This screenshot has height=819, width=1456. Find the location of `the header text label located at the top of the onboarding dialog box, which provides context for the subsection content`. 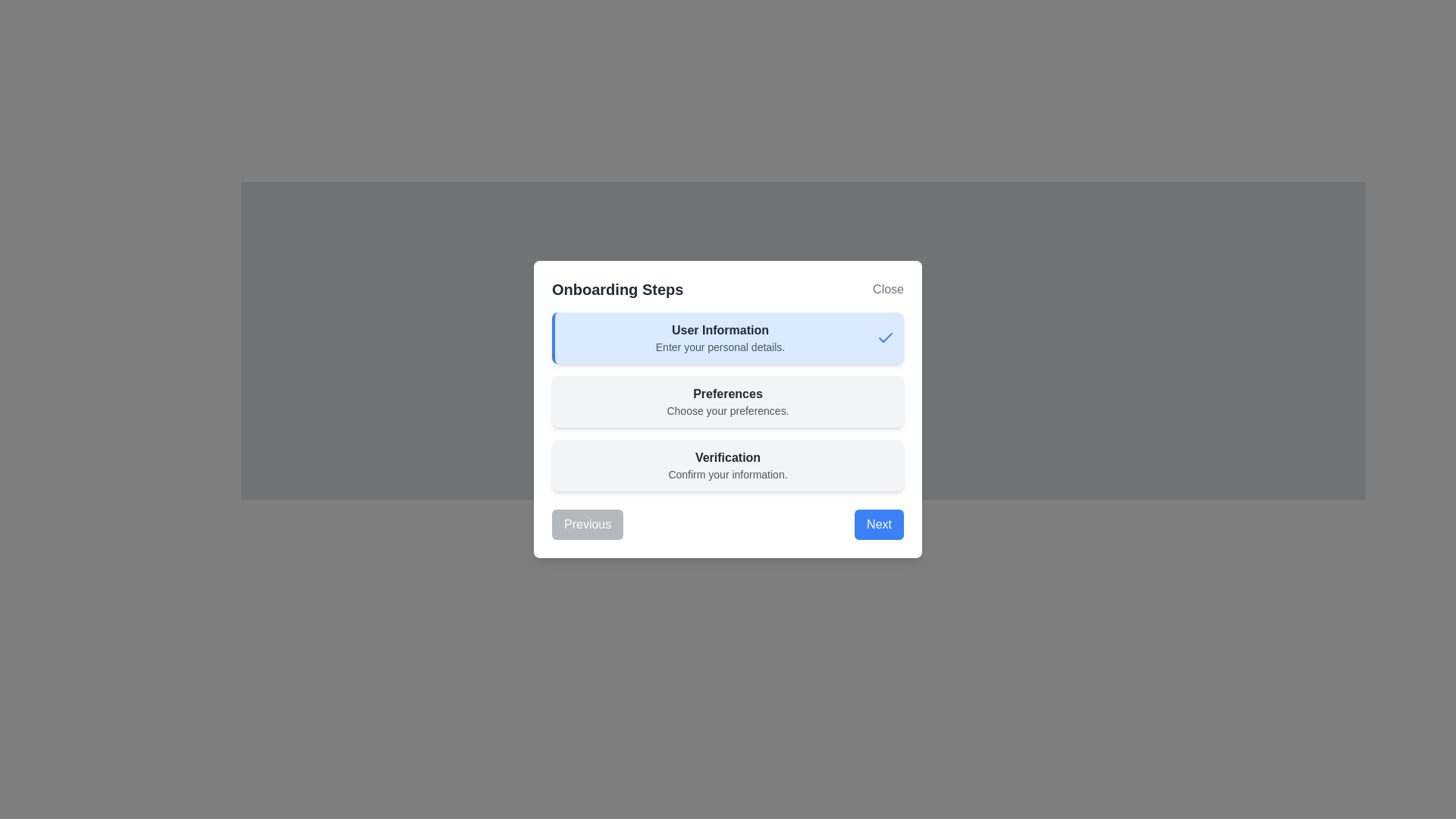

the header text label located at the top of the onboarding dialog box, which provides context for the subsection content is located at coordinates (720, 329).